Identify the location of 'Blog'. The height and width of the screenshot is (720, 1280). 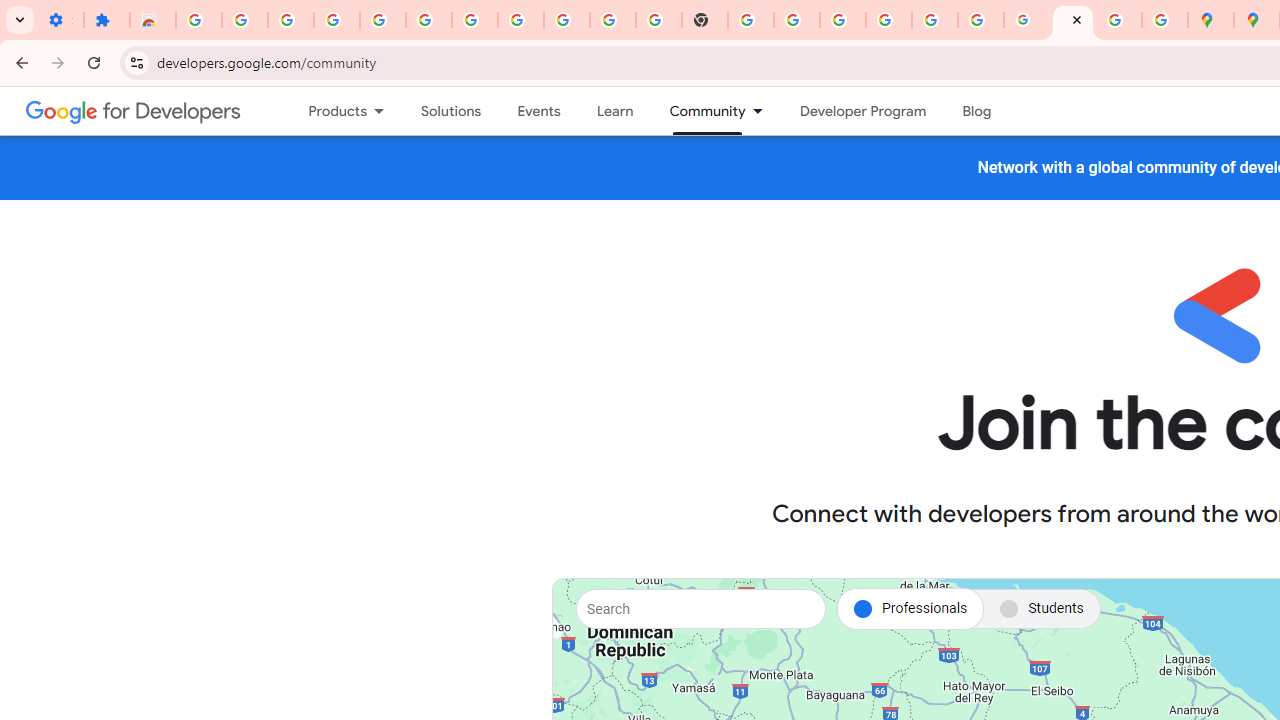
(977, 111).